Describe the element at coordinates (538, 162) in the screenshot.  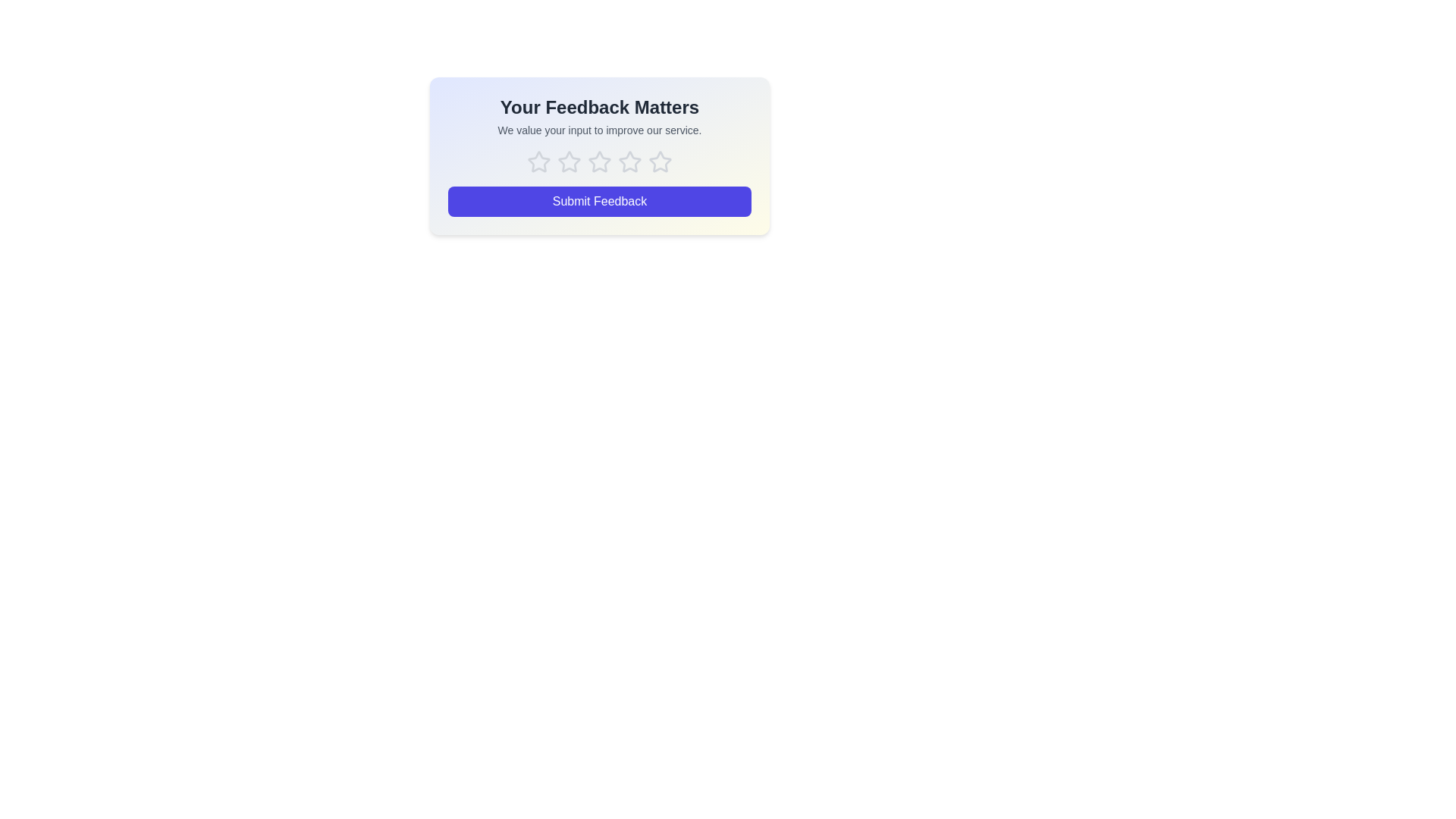
I see `the first rating star icon, which is styled with a gray outline indicating it is not selected` at that location.